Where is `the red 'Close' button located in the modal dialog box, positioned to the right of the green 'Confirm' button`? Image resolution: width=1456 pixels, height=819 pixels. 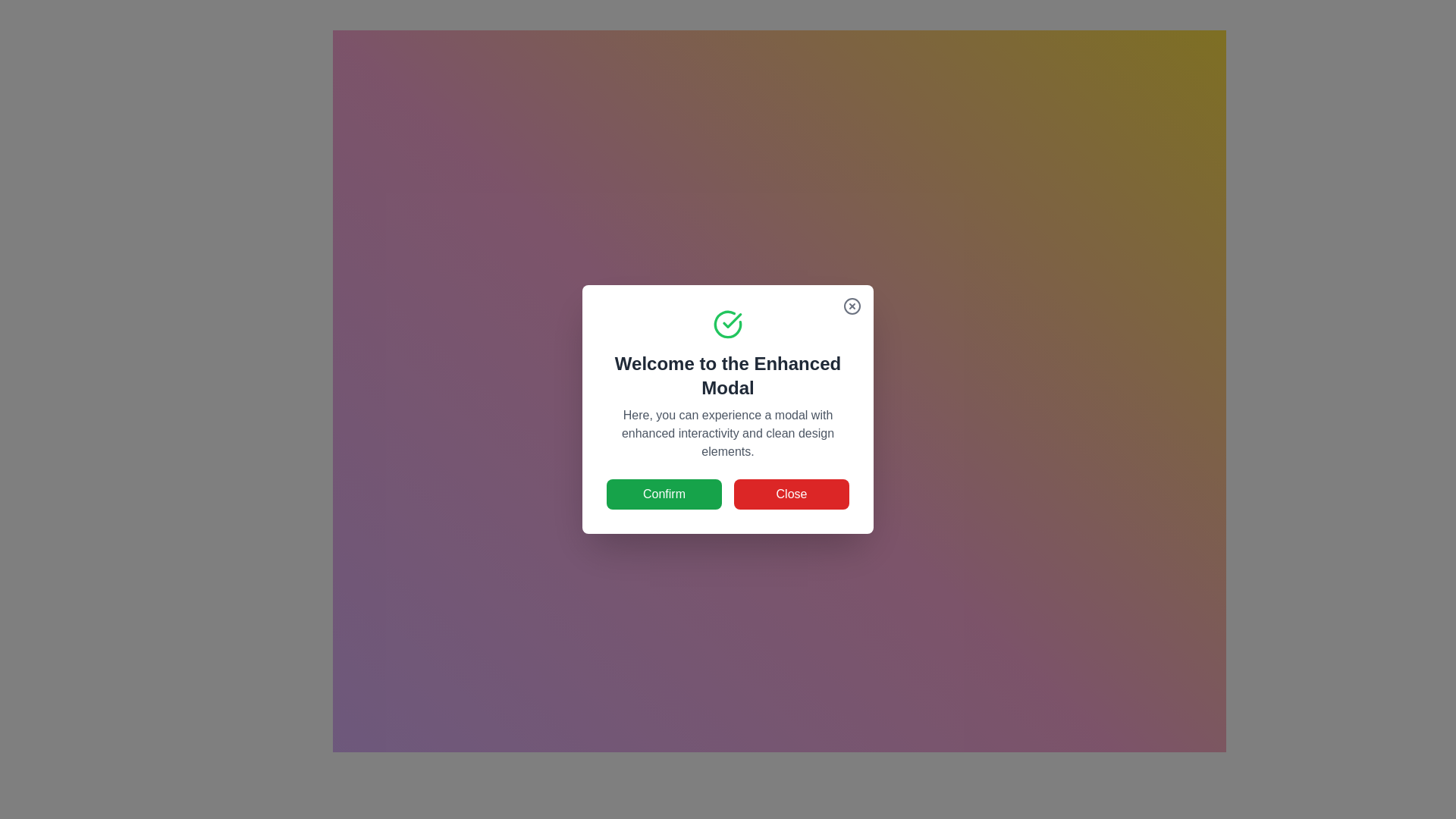
the red 'Close' button located in the modal dialog box, positioned to the right of the green 'Confirm' button is located at coordinates (790, 494).